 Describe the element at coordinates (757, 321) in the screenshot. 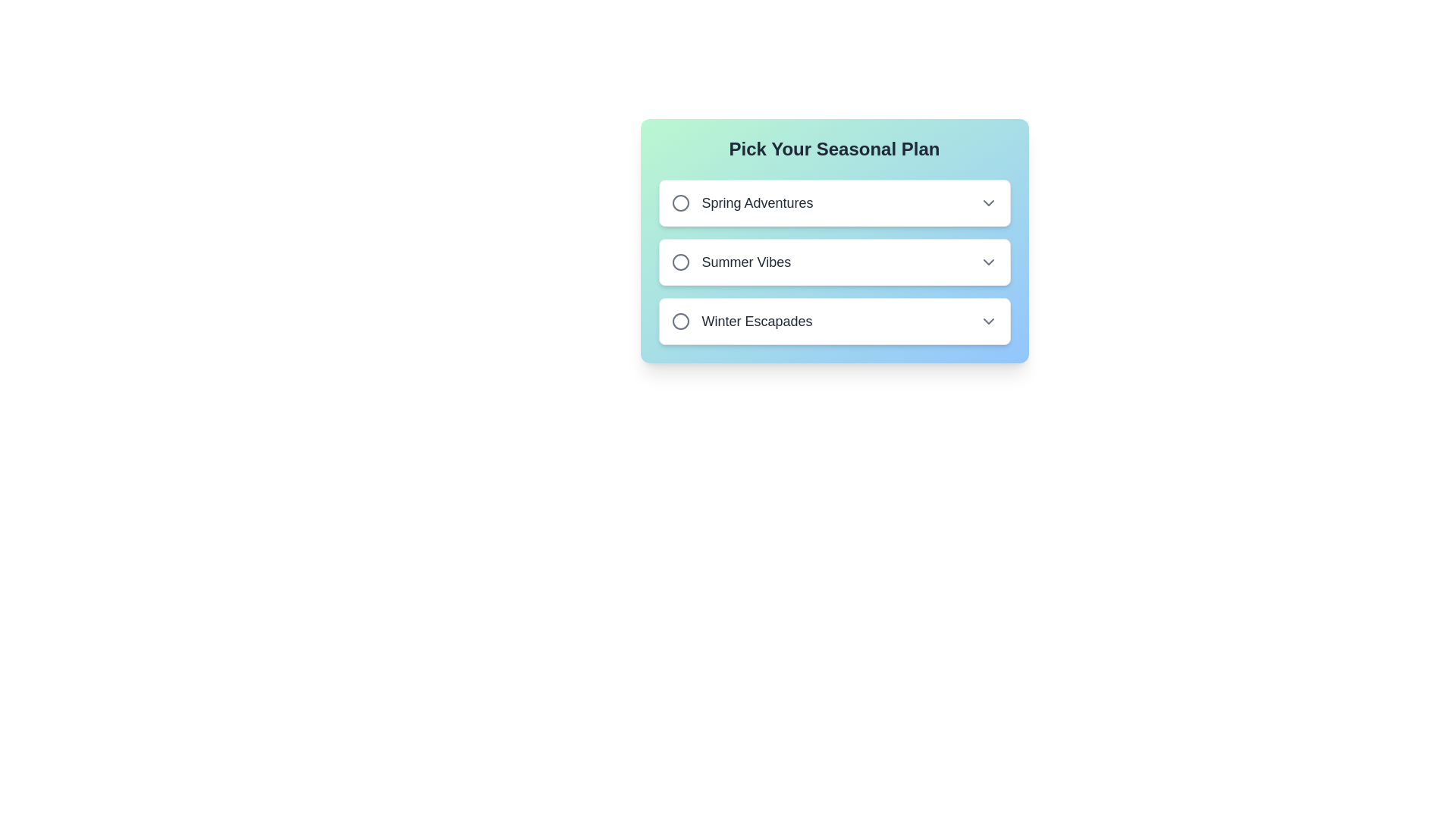

I see `the text label that identifies the winter-themed plans, which is the third item in the vertical list under 'Pick Your Seasonal Plan', located below 'Summer Vibes'` at that location.